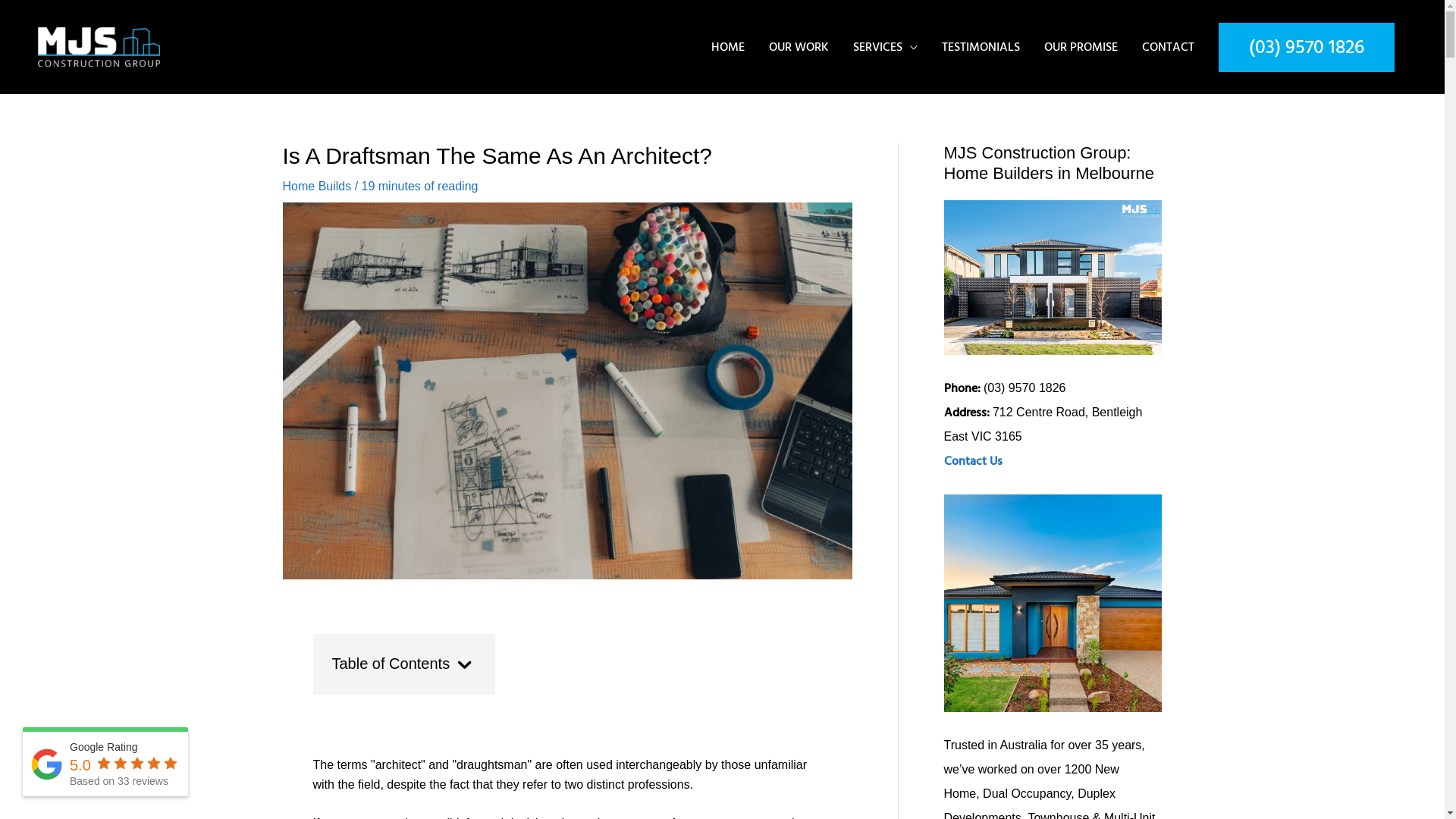 This screenshot has height=819, width=1456. Describe the element at coordinates (282, 185) in the screenshot. I see `'Home Builds'` at that location.